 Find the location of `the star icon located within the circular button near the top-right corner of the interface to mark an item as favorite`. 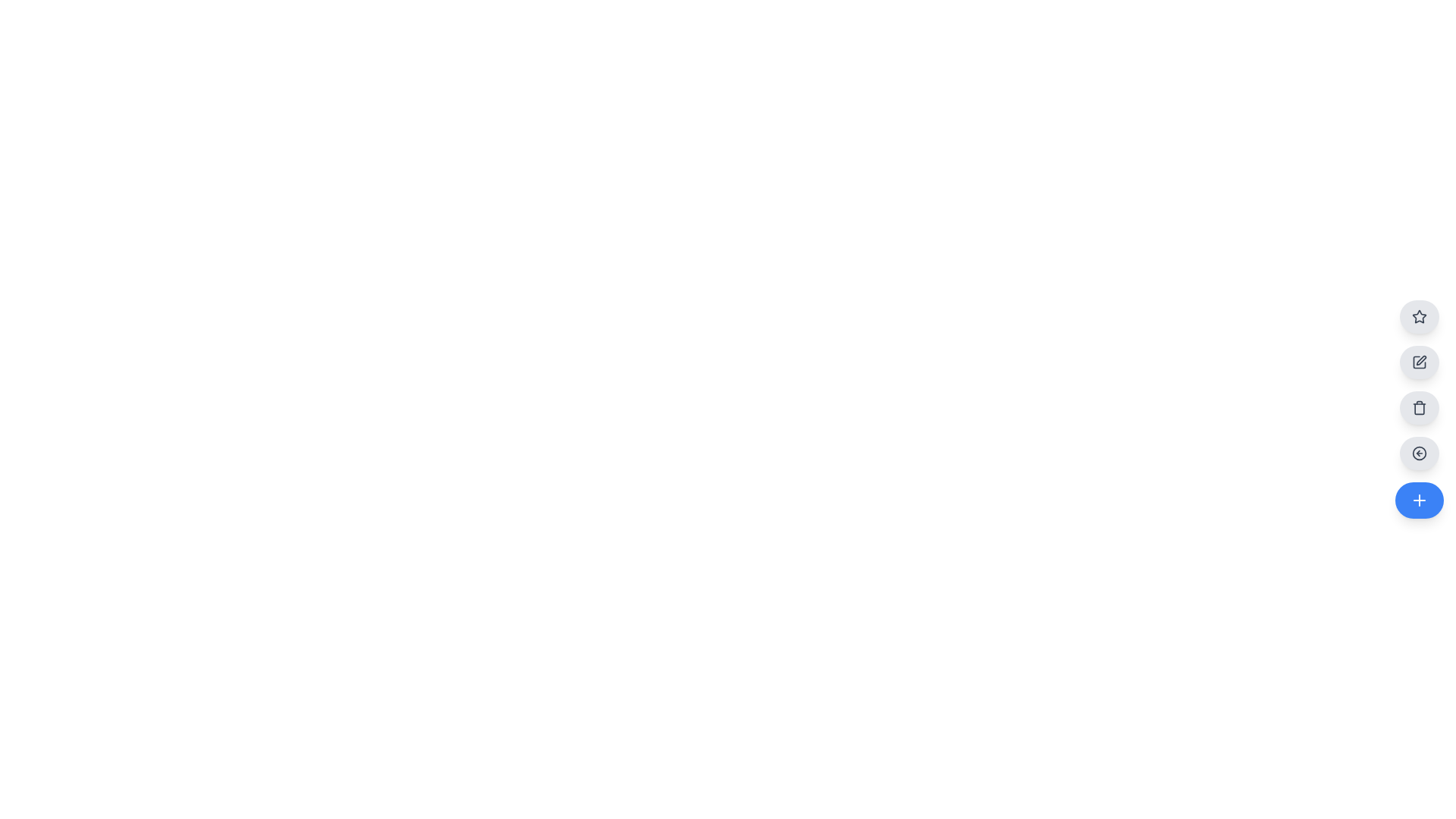

the star icon located within the circular button near the top-right corner of the interface to mark an item as favorite is located at coordinates (1419, 315).